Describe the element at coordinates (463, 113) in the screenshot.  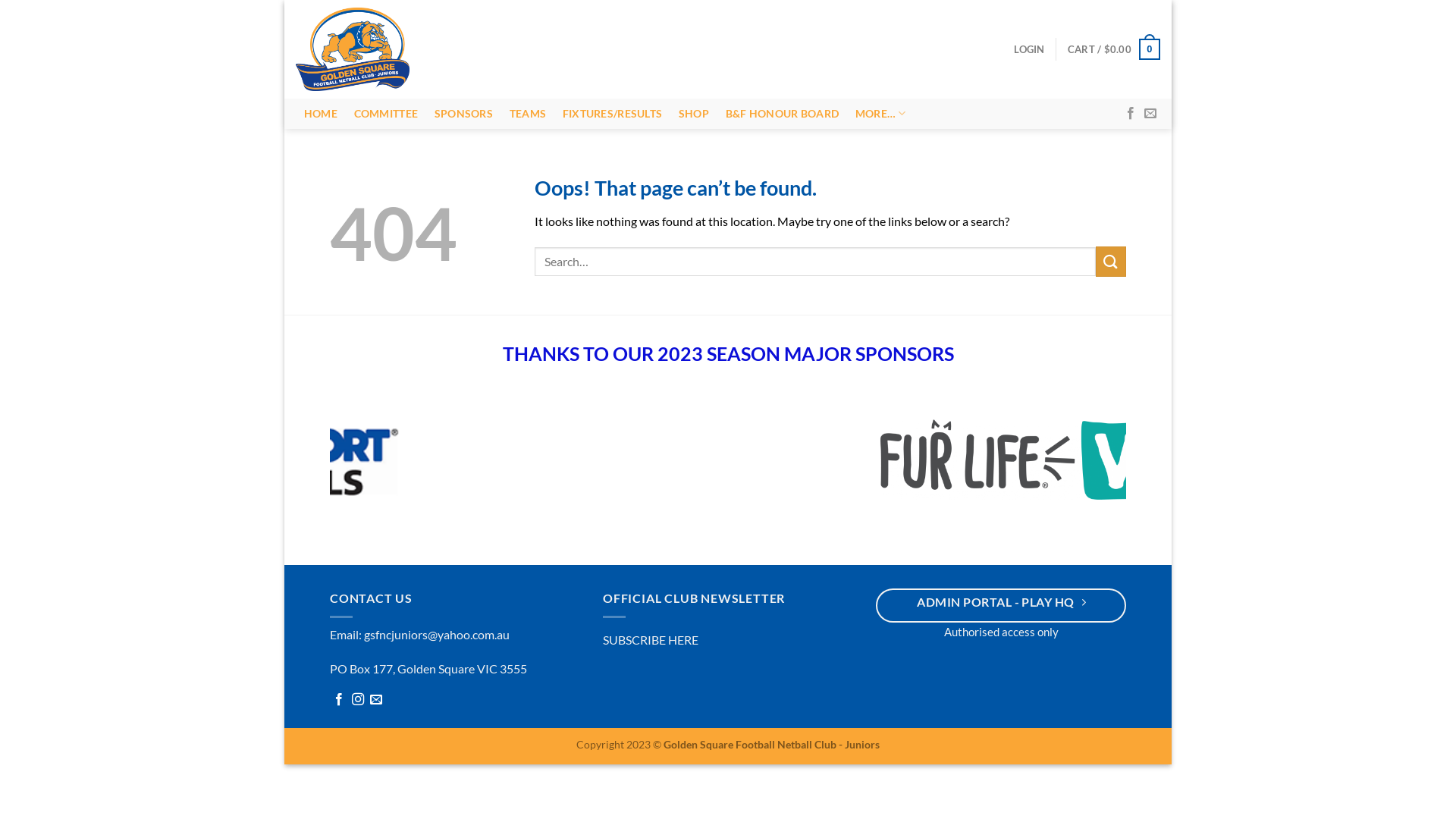
I see `'SPONSORS'` at that location.